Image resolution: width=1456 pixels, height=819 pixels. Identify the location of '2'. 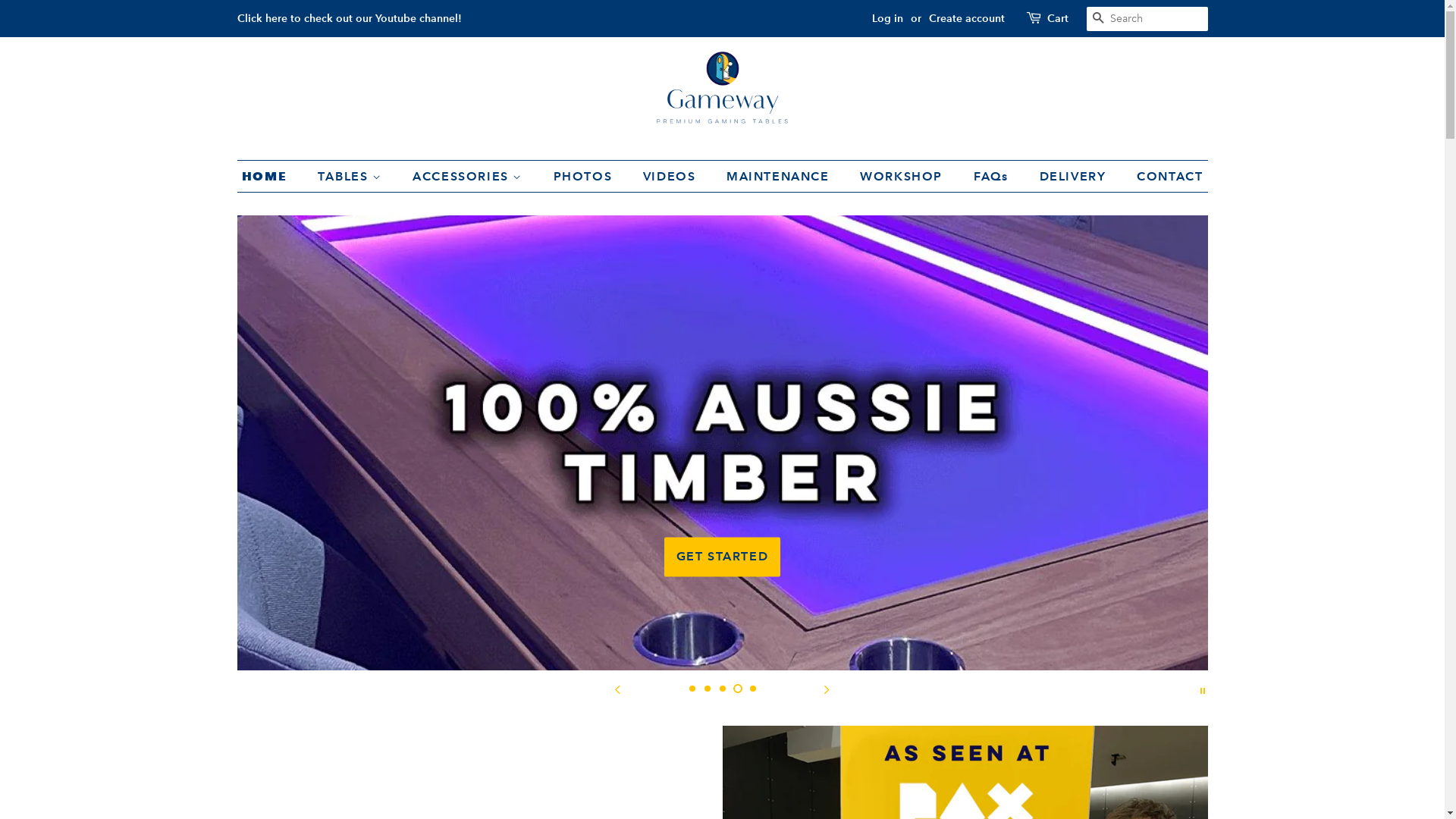
(705, 688).